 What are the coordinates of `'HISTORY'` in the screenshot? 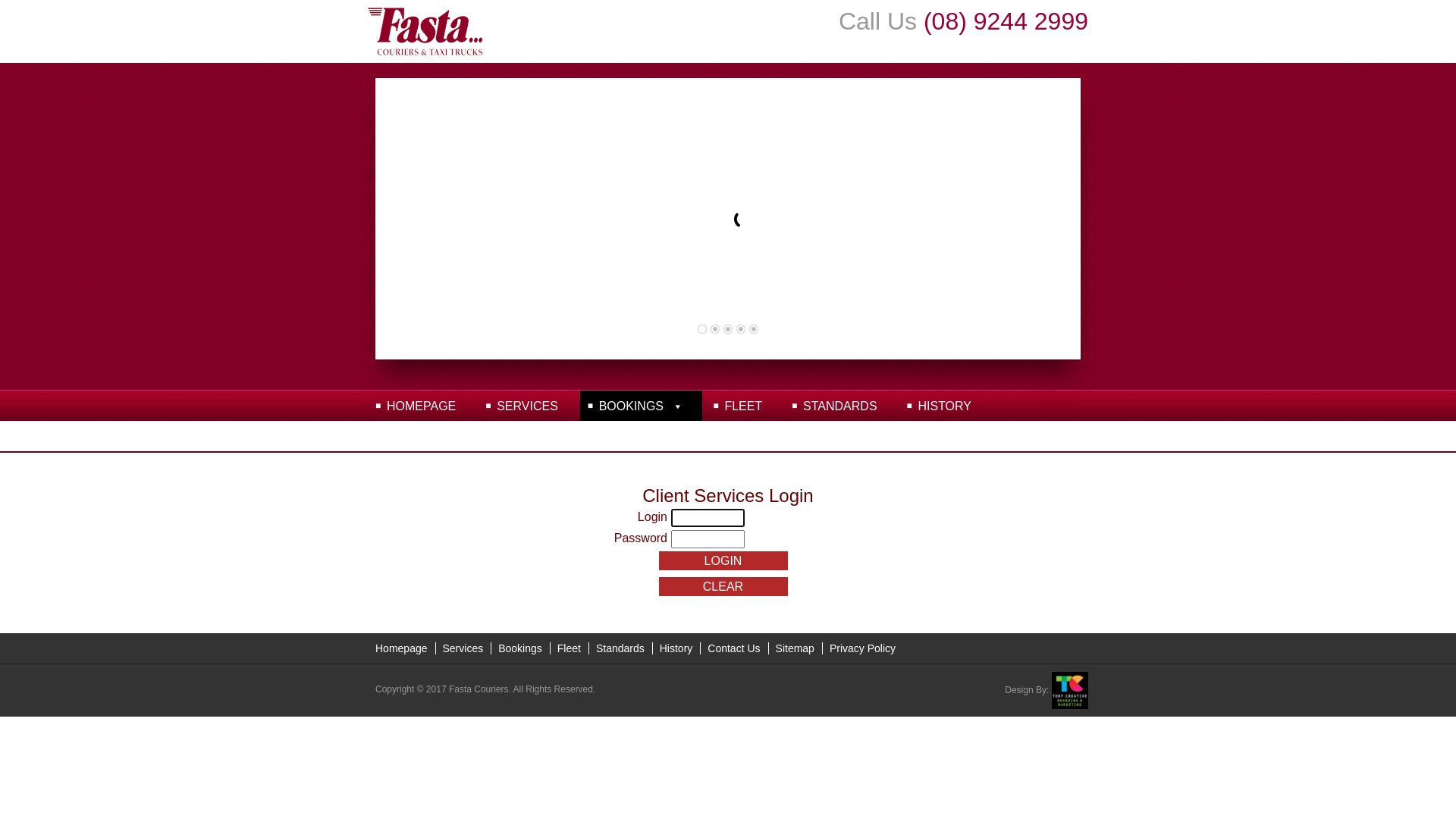 It's located at (943, 405).